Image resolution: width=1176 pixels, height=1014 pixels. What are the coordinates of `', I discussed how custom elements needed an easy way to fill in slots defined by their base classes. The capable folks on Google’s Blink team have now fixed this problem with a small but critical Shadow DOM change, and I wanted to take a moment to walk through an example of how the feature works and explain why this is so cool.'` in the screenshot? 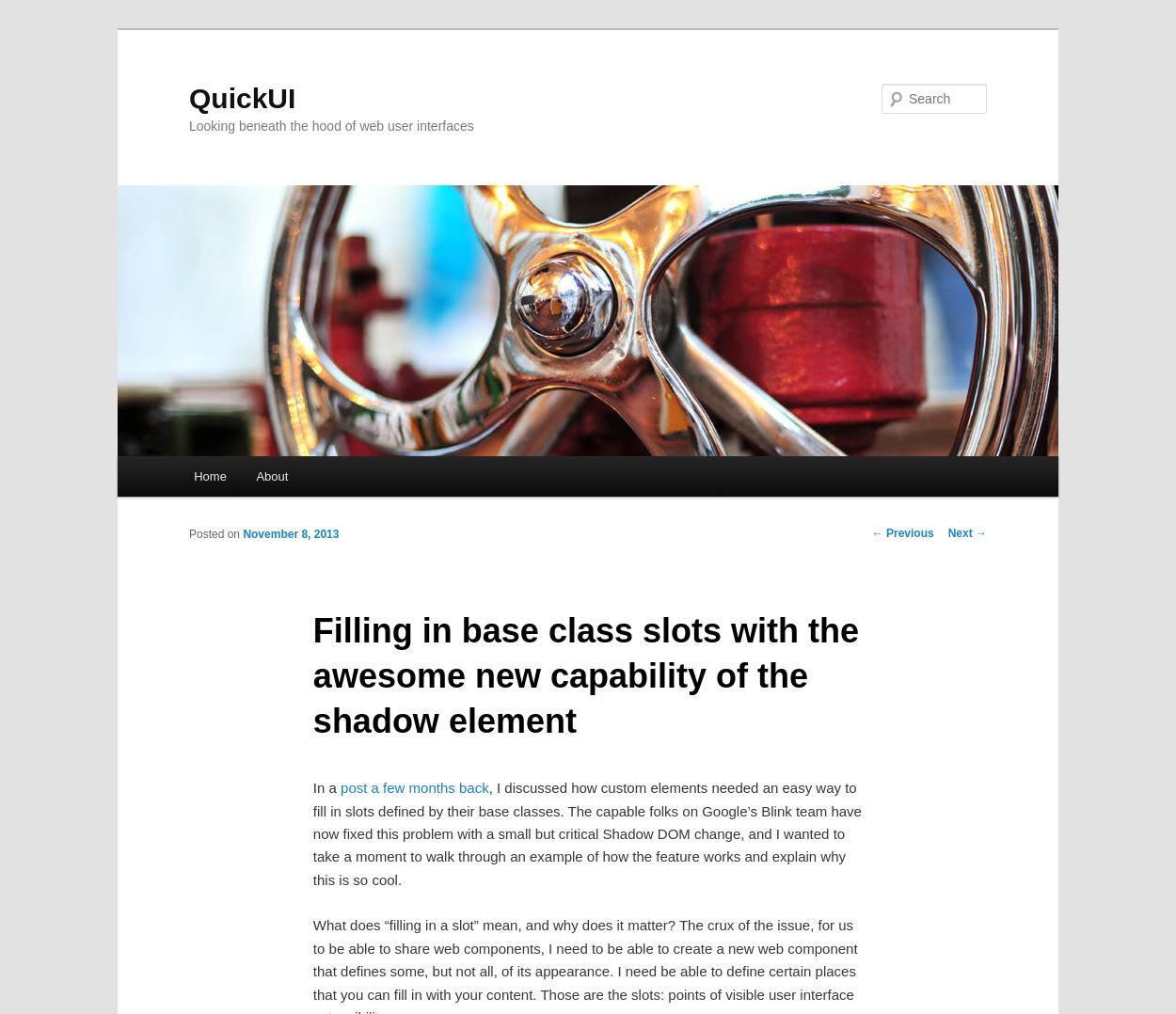 It's located at (585, 832).